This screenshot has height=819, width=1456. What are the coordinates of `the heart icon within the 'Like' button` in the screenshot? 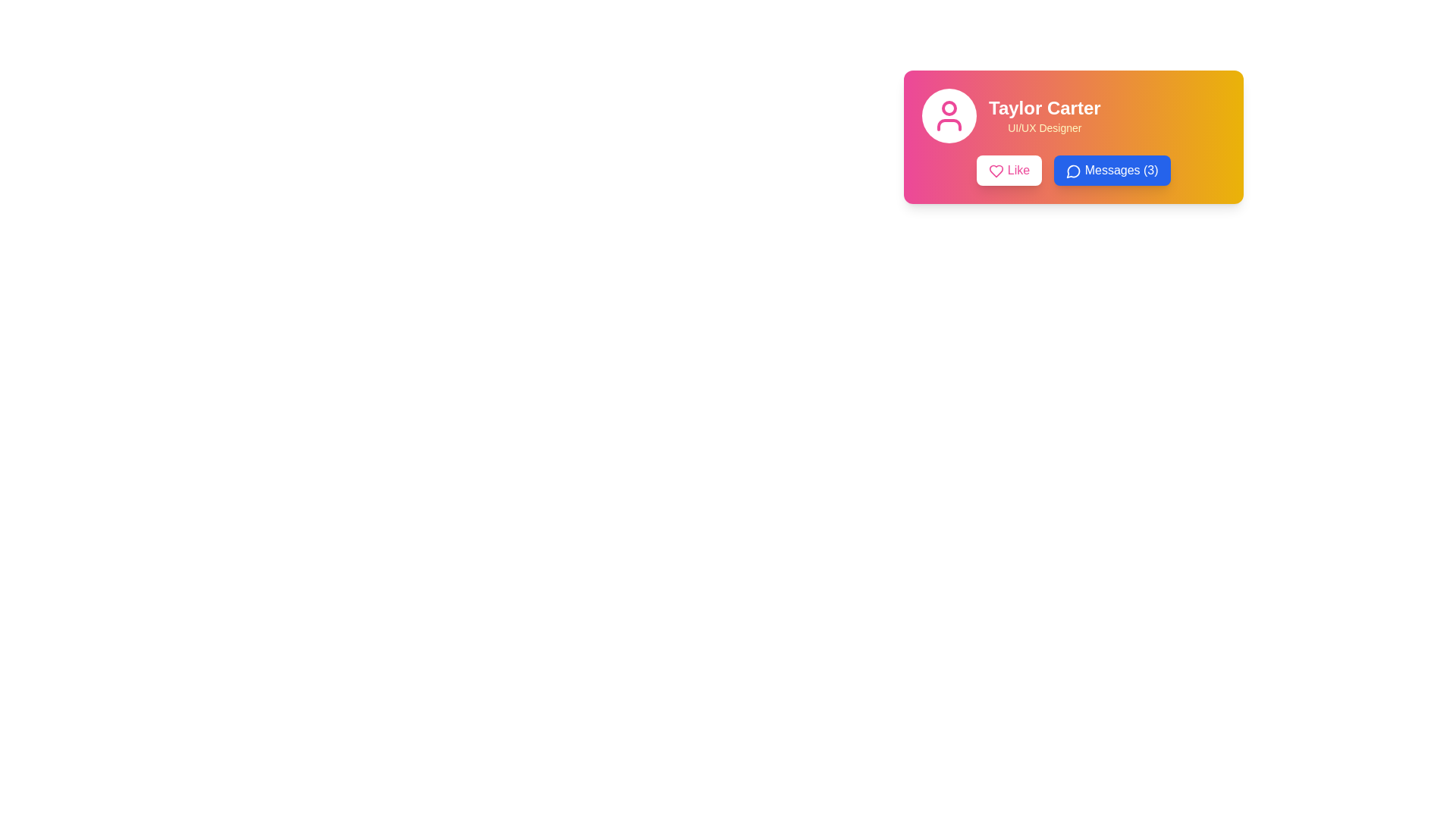 It's located at (996, 171).